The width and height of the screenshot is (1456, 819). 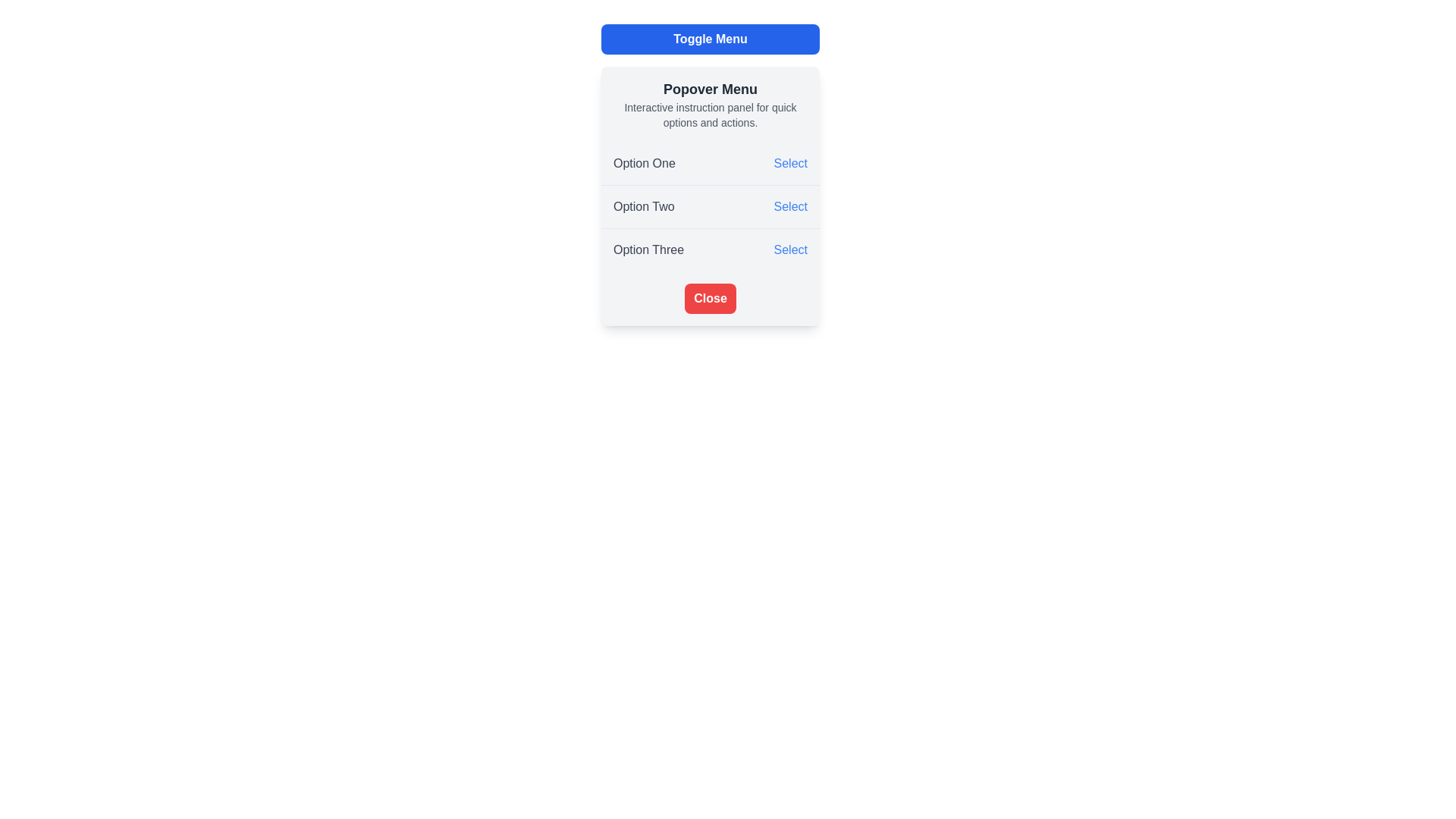 I want to click on the text display element that provides instructions about the options in the popover menu, located below the 'Popover Menu' header, so click(x=709, y=114).